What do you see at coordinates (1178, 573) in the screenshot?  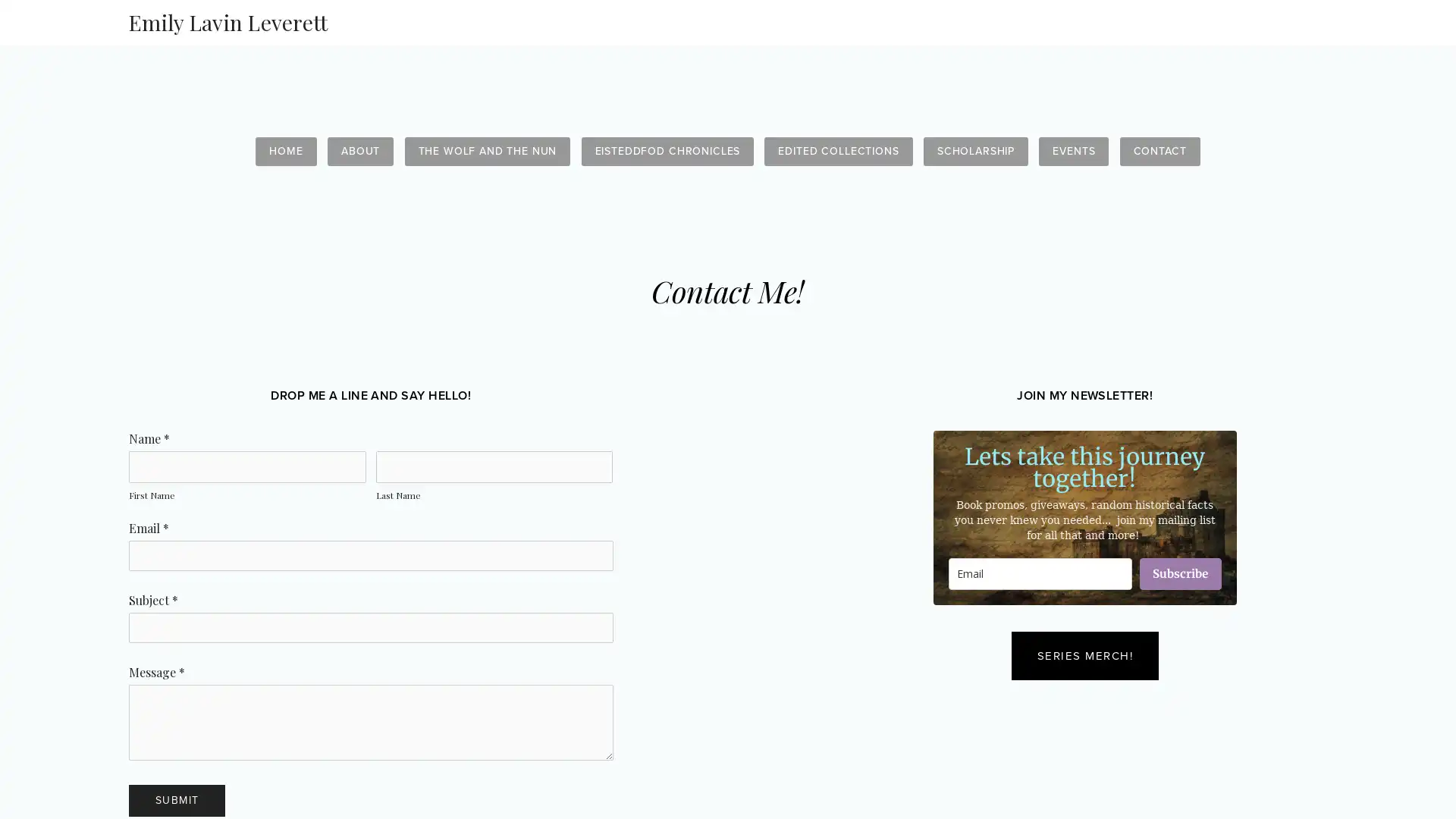 I see `Subscribe` at bounding box center [1178, 573].